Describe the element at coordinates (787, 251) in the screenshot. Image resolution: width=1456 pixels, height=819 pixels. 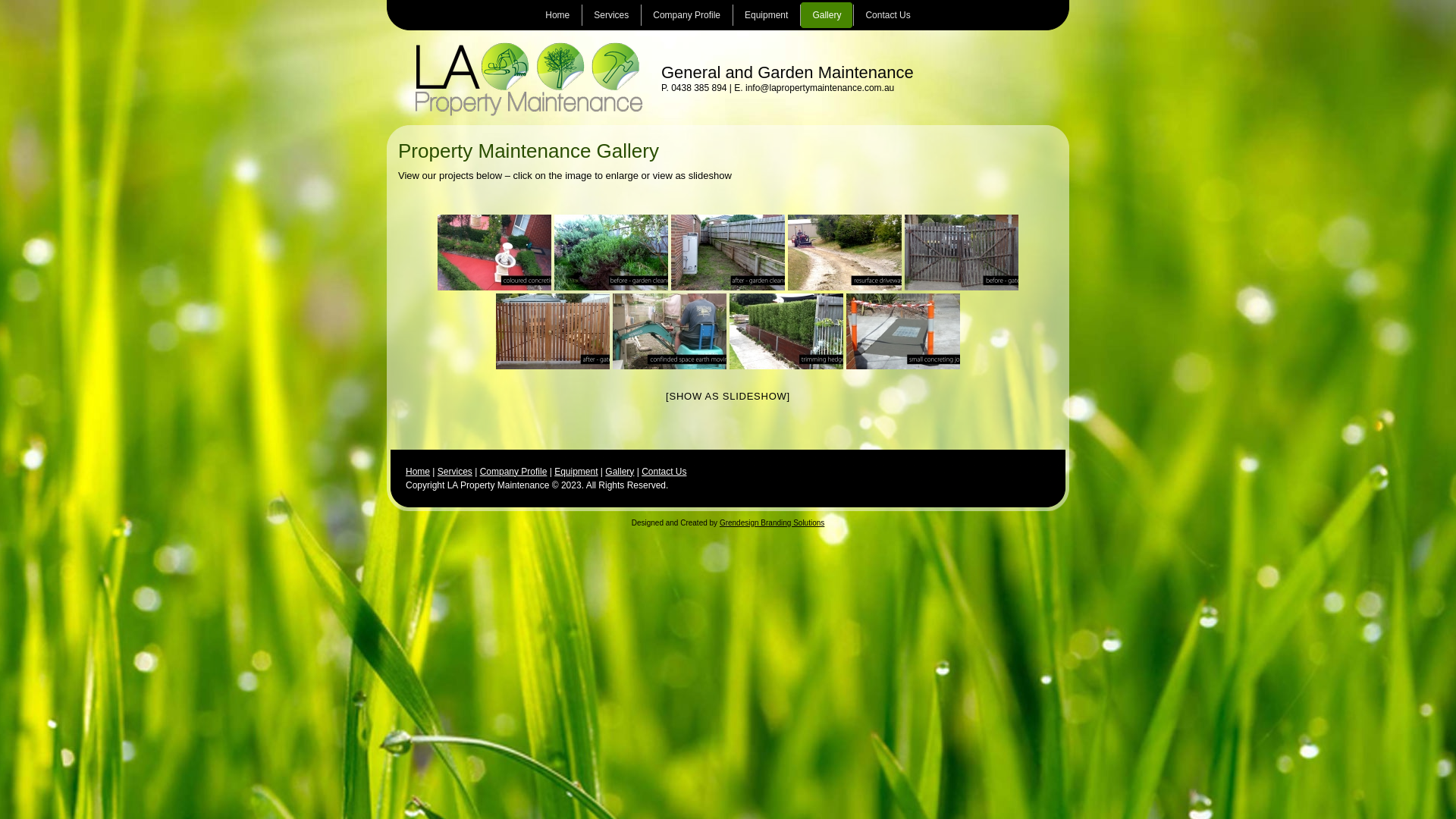
I see `'la-property-maintenance-driveways'` at that location.